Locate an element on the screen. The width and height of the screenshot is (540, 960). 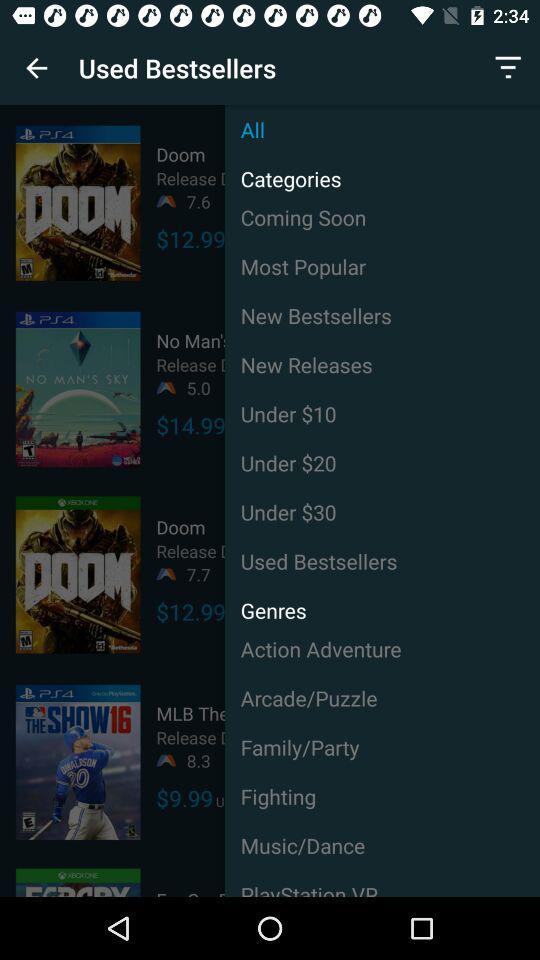
the icon above the family/party icon is located at coordinates (382, 698).